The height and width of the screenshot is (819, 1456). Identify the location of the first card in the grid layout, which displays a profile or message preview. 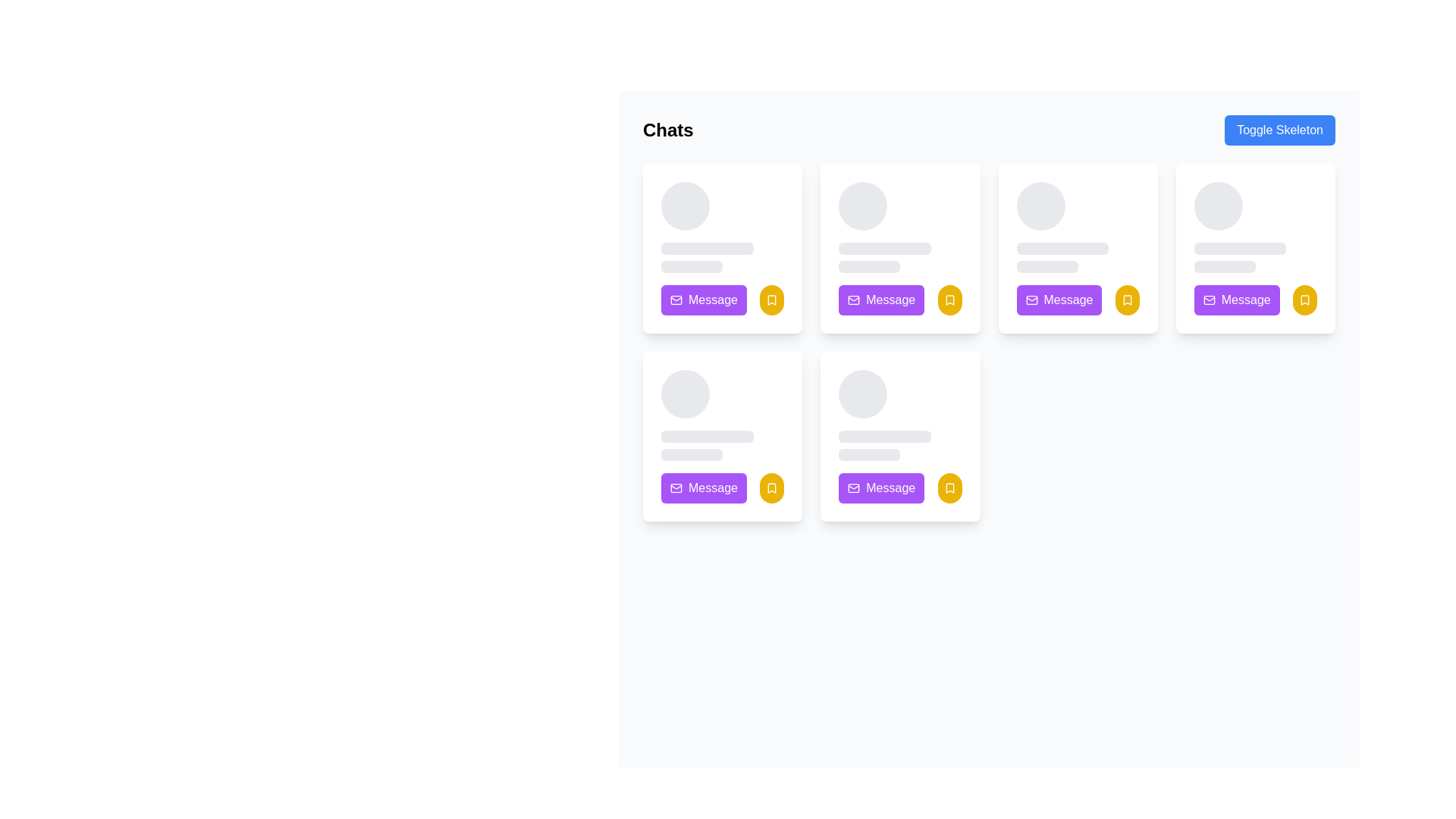
(722, 247).